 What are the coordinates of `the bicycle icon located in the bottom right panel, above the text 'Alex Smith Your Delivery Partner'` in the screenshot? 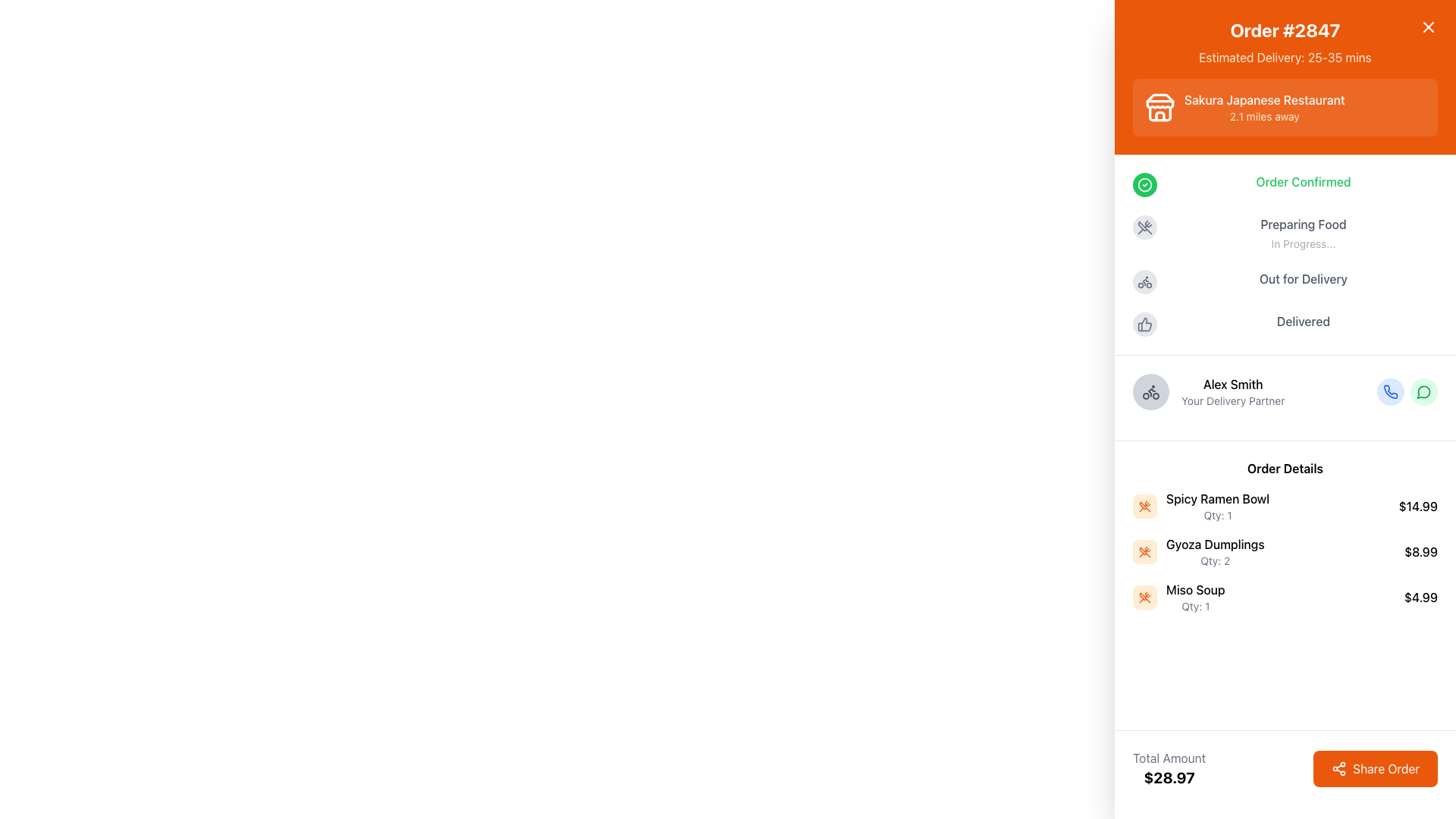 It's located at (1145, 281).